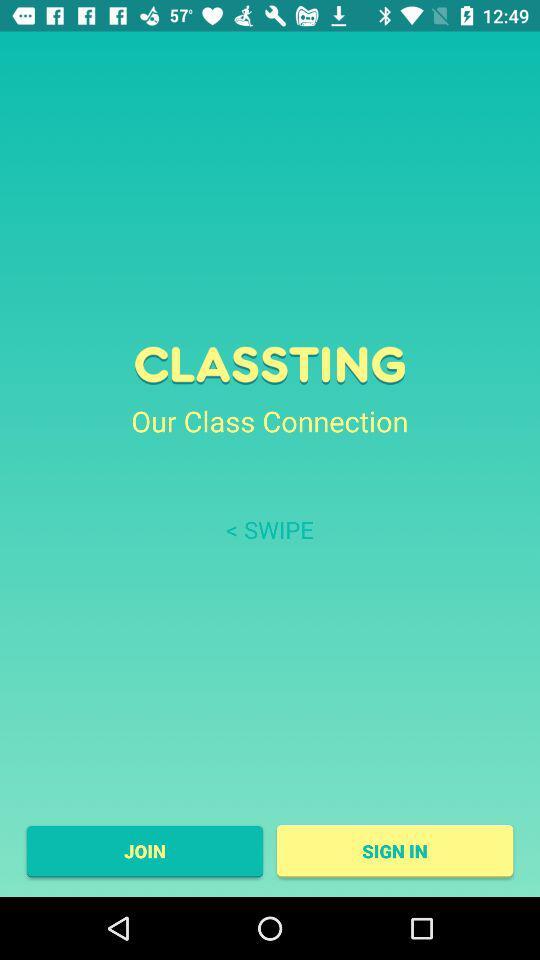 The height and width of the screenshot is (960, 540). What do you see at coordinates (395, 850) in the screenshot?
I see `item to the right of the join item` at bounding box center [395, 850].